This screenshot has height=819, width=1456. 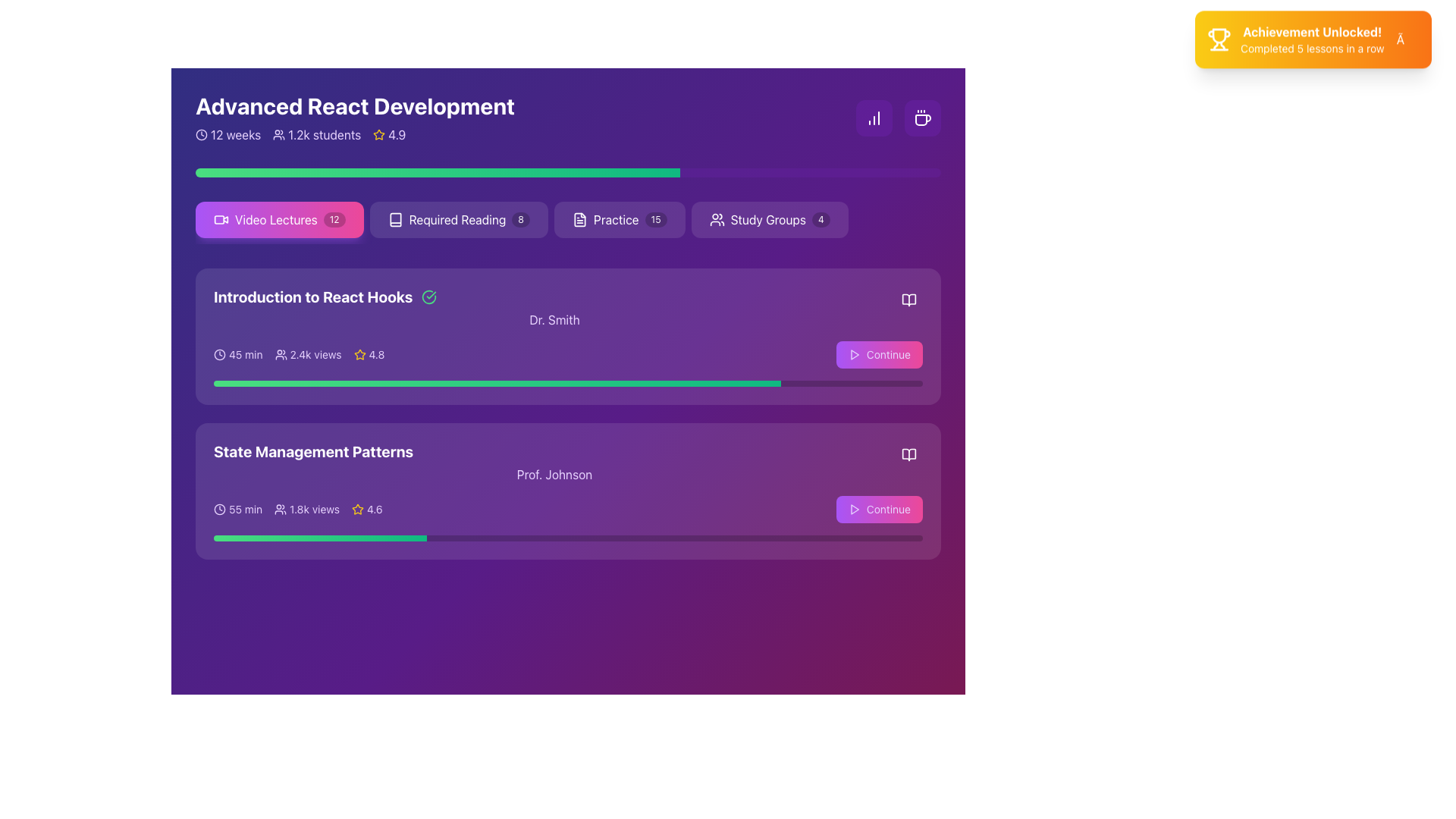 I want to click on the 'Video Lectures' navigation button, which is the first item in the horizontal list of course categories, so click(x=567, y=222).